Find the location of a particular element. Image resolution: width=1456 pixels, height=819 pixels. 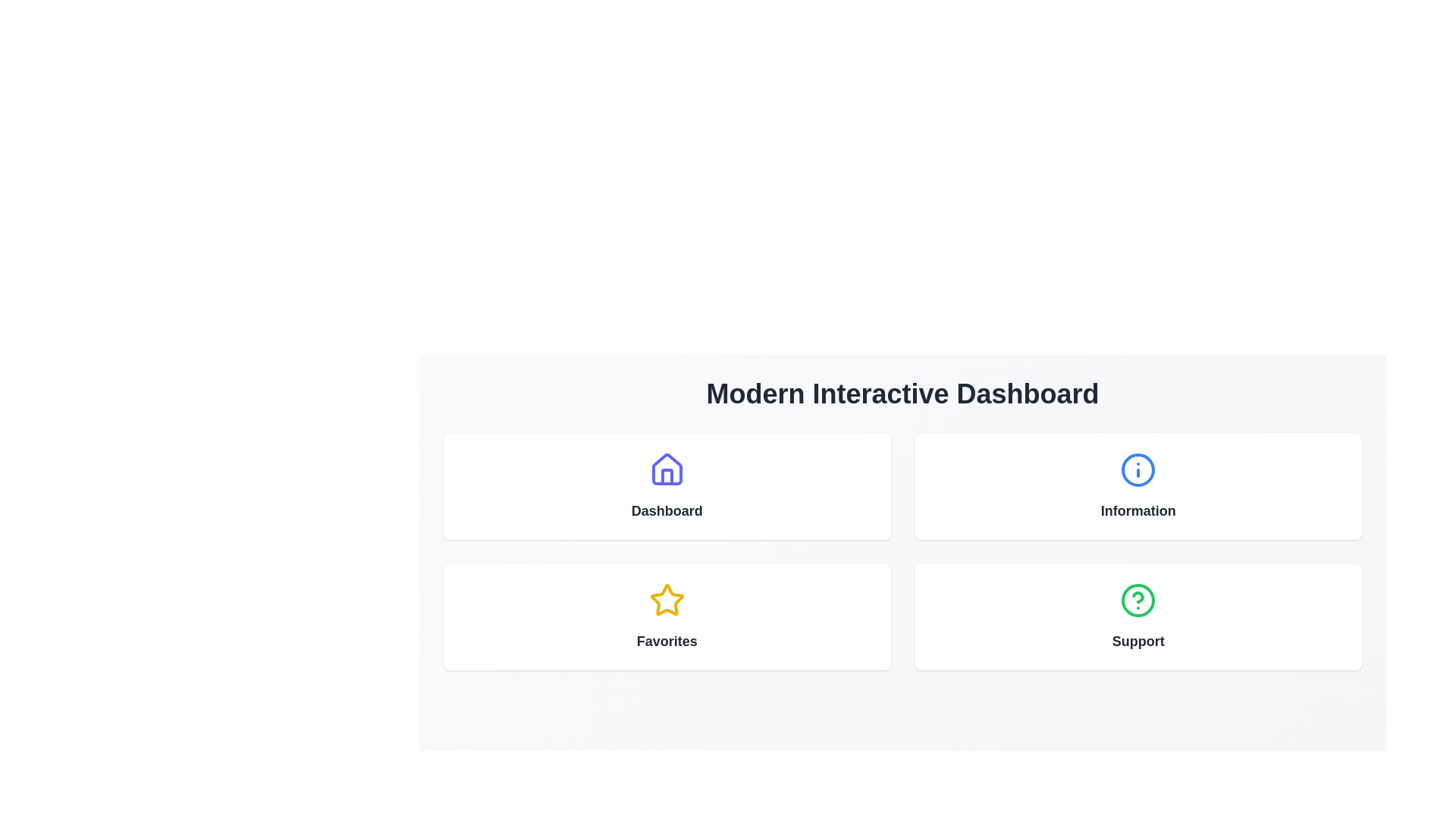

the vibrant yellow star-shaped icon located centrally above the text 'Favorites' in the 'Favorites' card, which is the third box in the second row of the grid layout is located at coordinates (667, 599).